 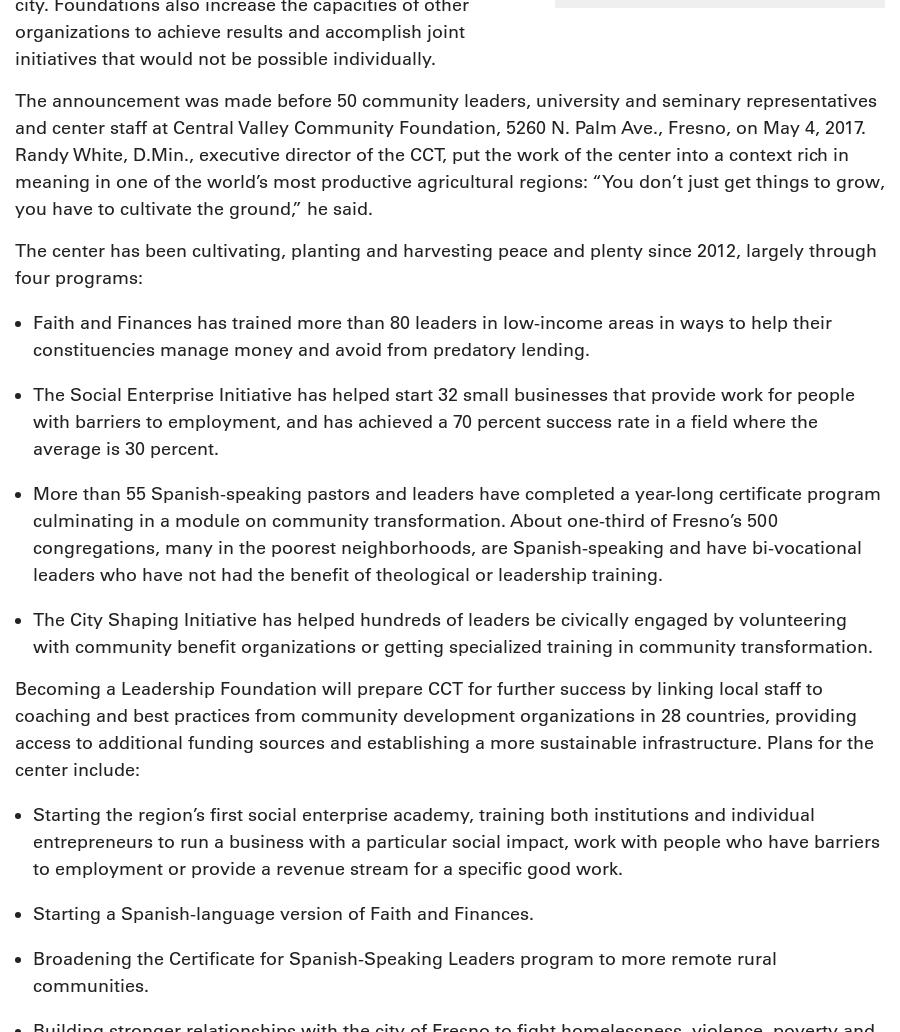 What do you see at coordinates (455, 842) in the screenshot?
I see `'Starting the region’s first social enterprise academy, training both institutions and individual entrepreneurs to run a business with a particular social impact, work with people who have barriers to employment or provide a revenue stream for a specific good work.'` at bounding box center [455, 842].